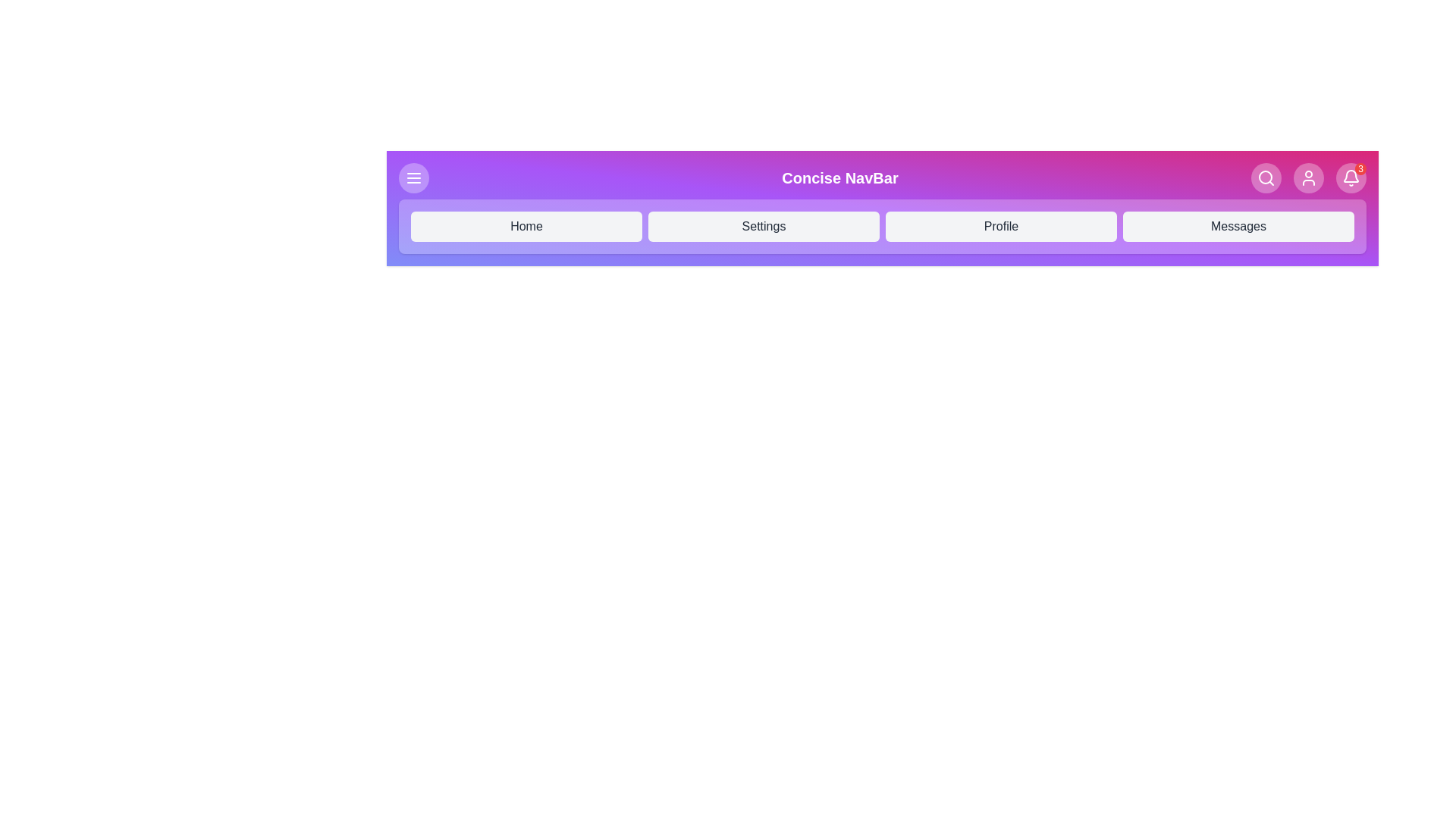 The width and height of the screenshot is (1456, 819). Describe the element at coordinates (764, 227) in the screenshot. I see `the navigation menu item Settings` at that location.